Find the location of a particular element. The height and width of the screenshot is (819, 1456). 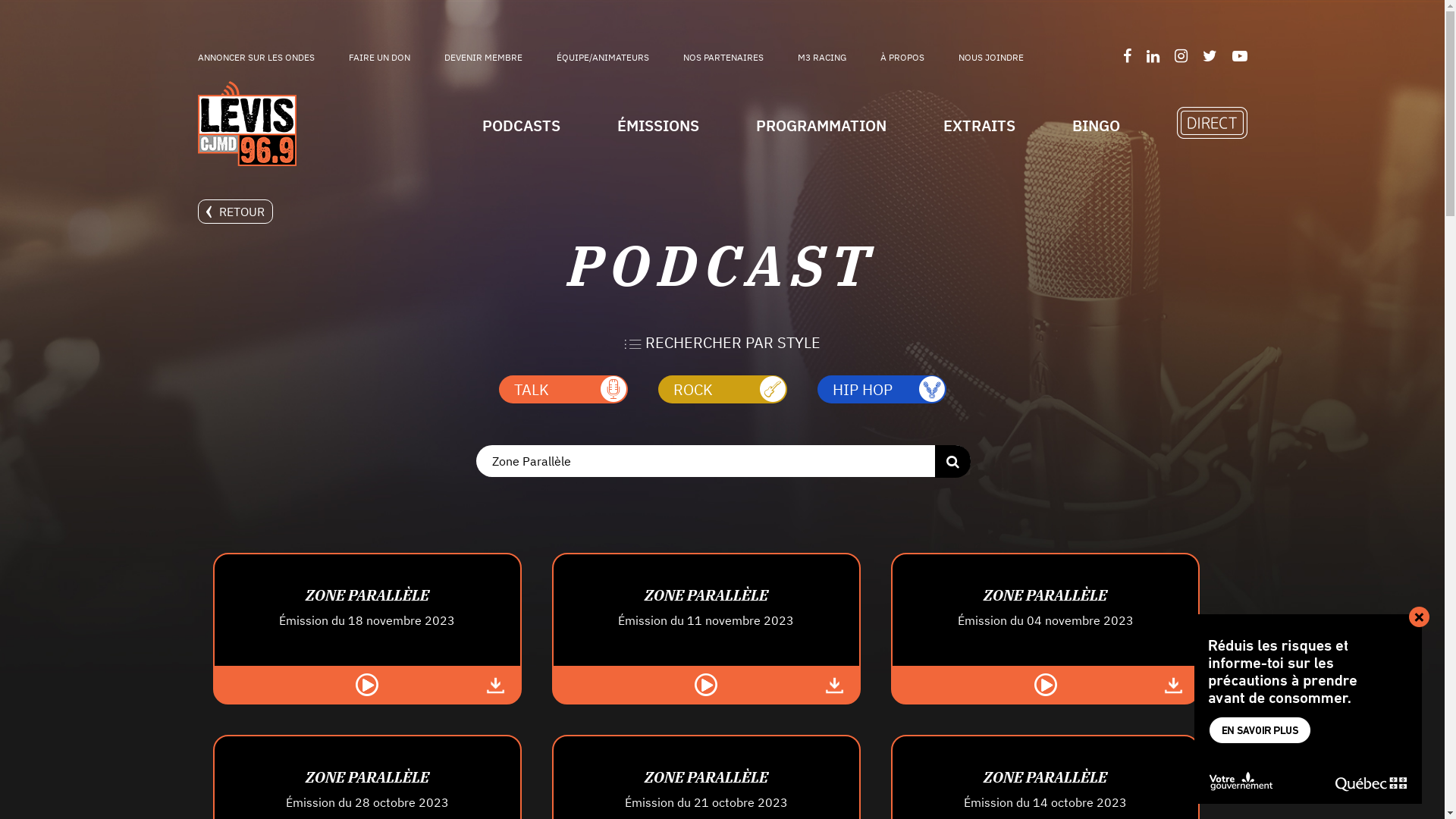

'NOUS JOINDRE' is located at coordinates (990, 56).